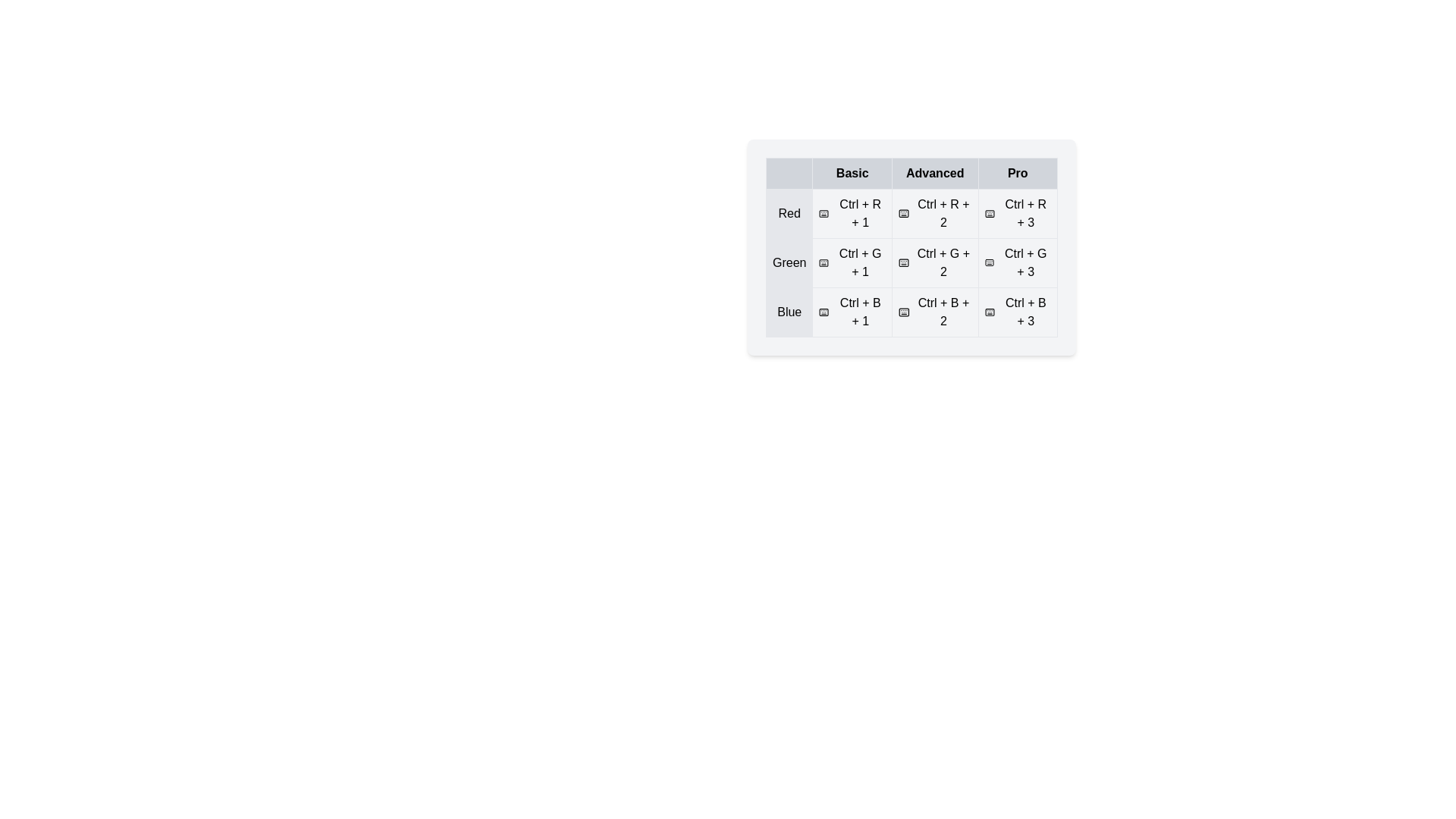 The width and height of the screenshot is (1456, 819). I want to click on the static text label 'Pro' which serves as a header in the table layout, positioned third from the left after 'Basic' and 'Advanced', so click(1018, 172).